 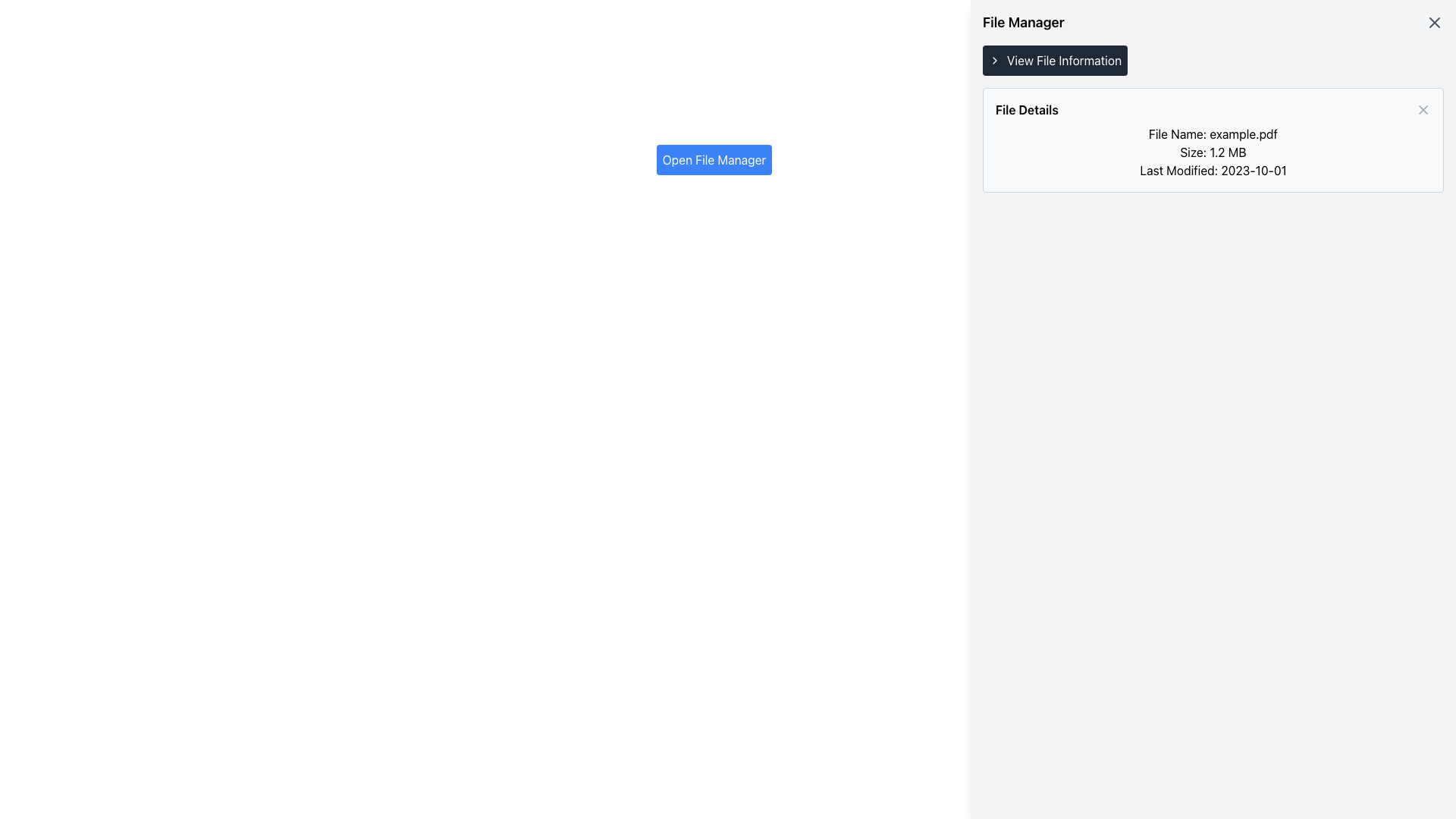 I want to click on the 'View File Information' button, which is a rectangular button with a dark gray background and white text, located in the right-side panel under the header 'File Manager', so click(x=1054, y=60).